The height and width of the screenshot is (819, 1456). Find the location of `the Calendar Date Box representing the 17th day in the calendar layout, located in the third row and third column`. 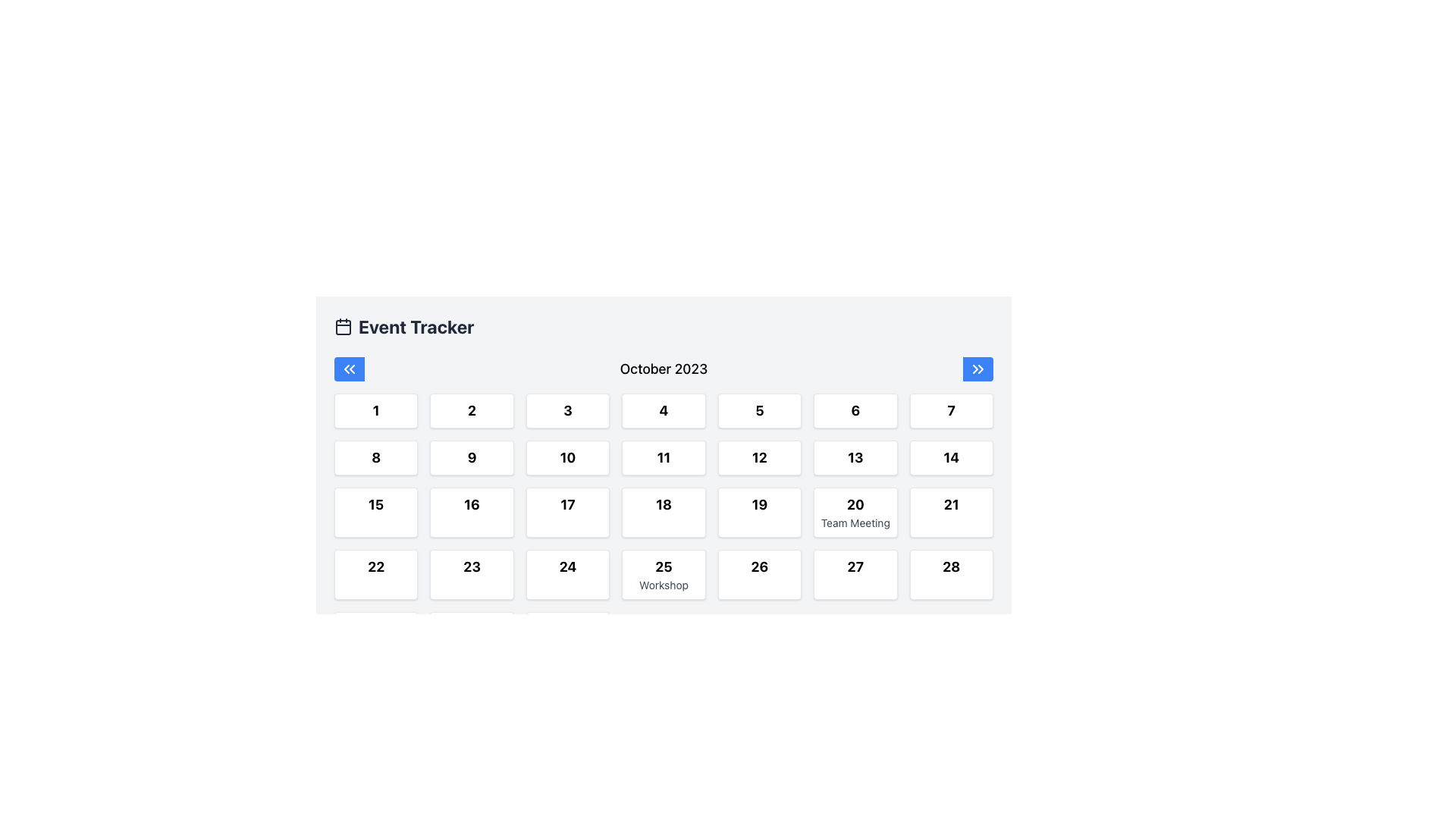

the Calendar Date Box representing the 17th day in the calendar layout, located in the third row and third column is located at coordinates (566, 512).